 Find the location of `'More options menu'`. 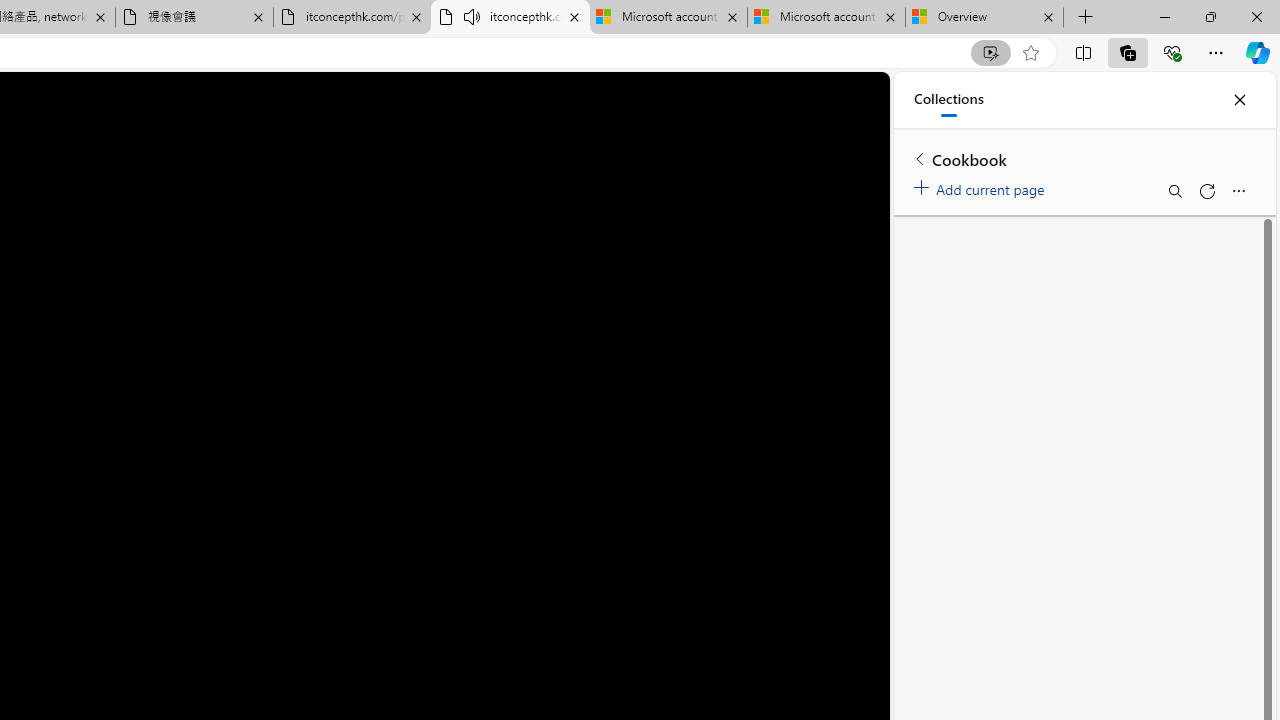

'More options menu' is located at coordinates (1237, 191).